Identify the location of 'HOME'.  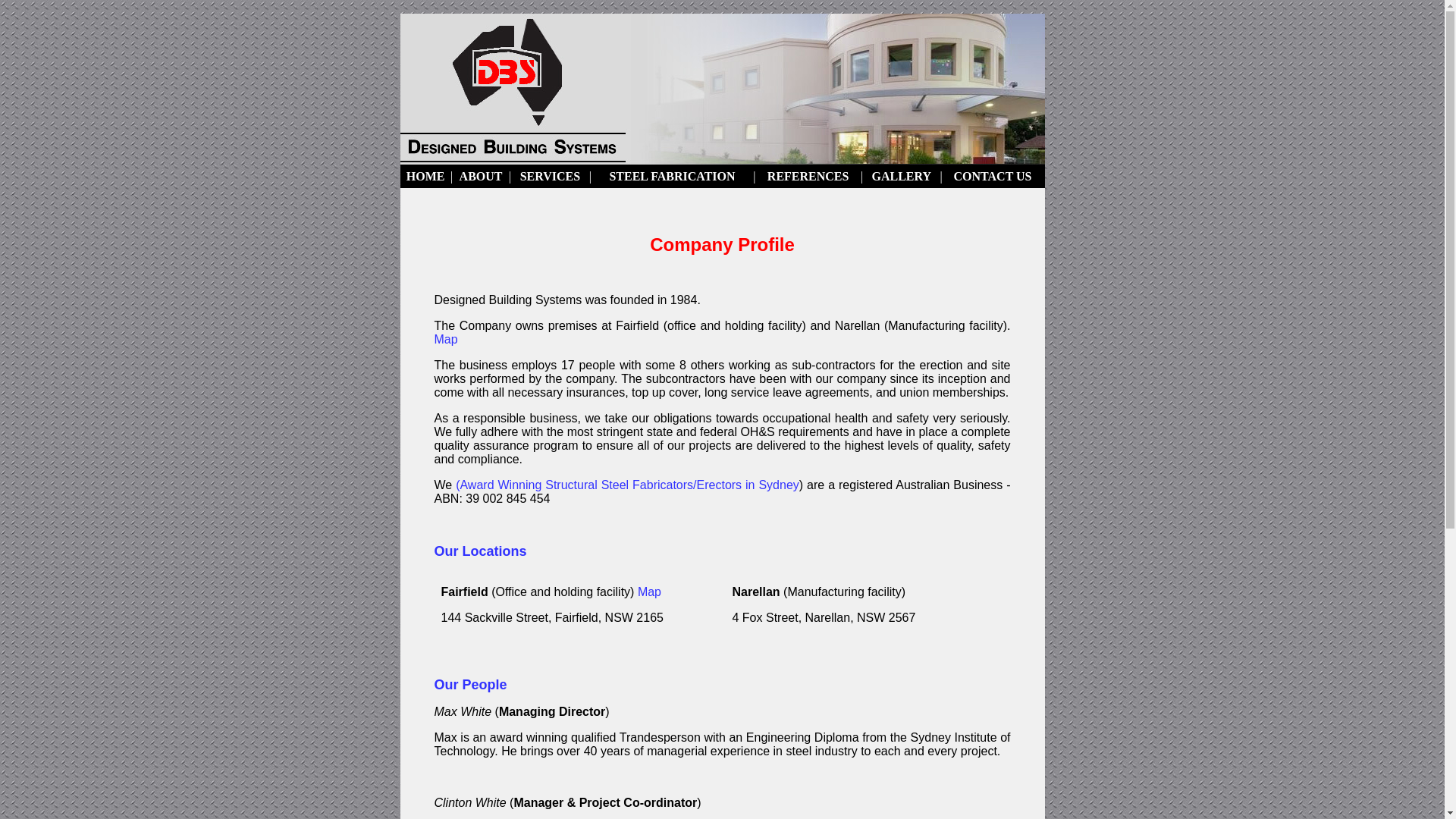
(425, 175).